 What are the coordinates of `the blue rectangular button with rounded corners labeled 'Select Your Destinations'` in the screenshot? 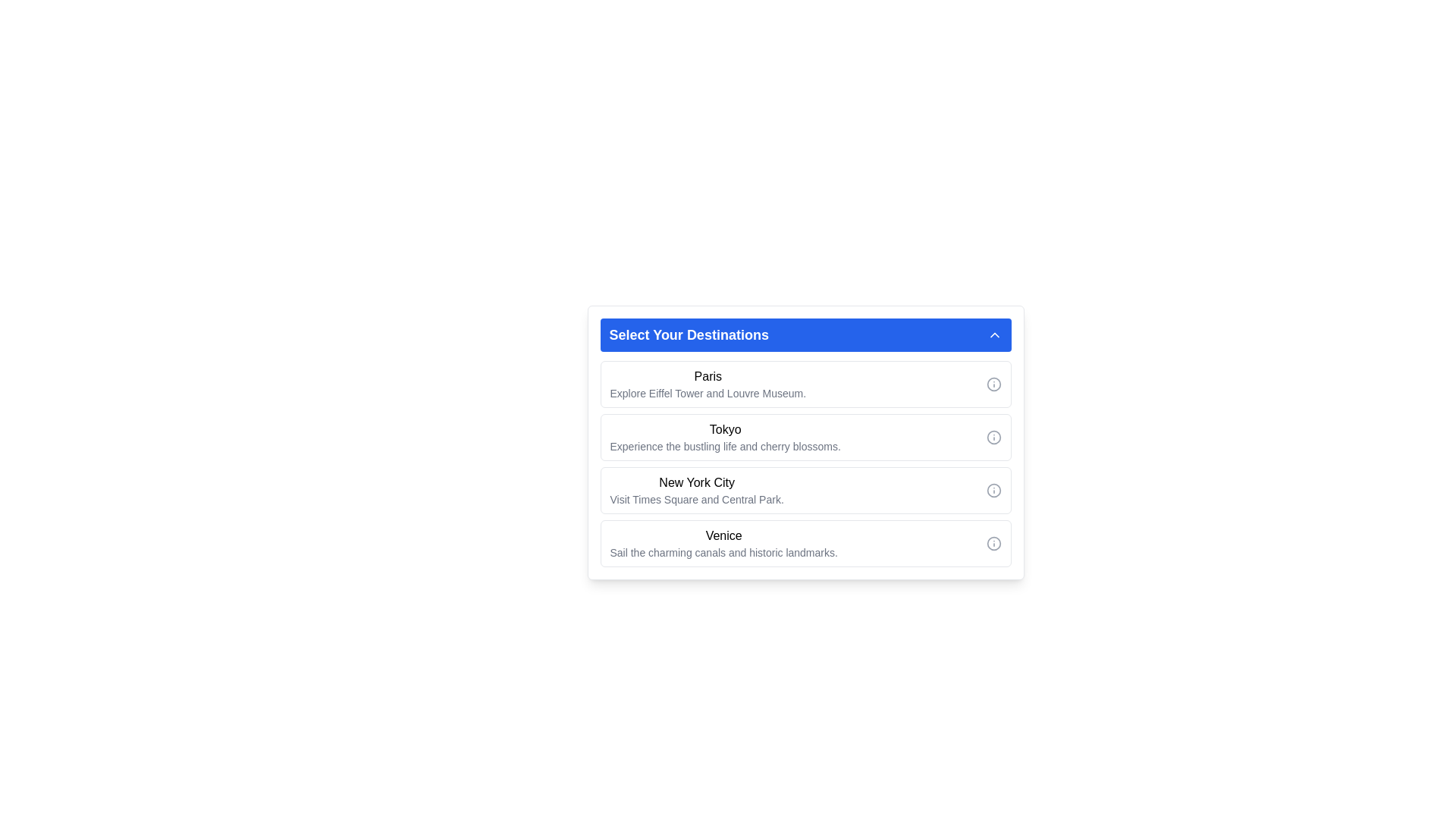 It's located at (805, 334).